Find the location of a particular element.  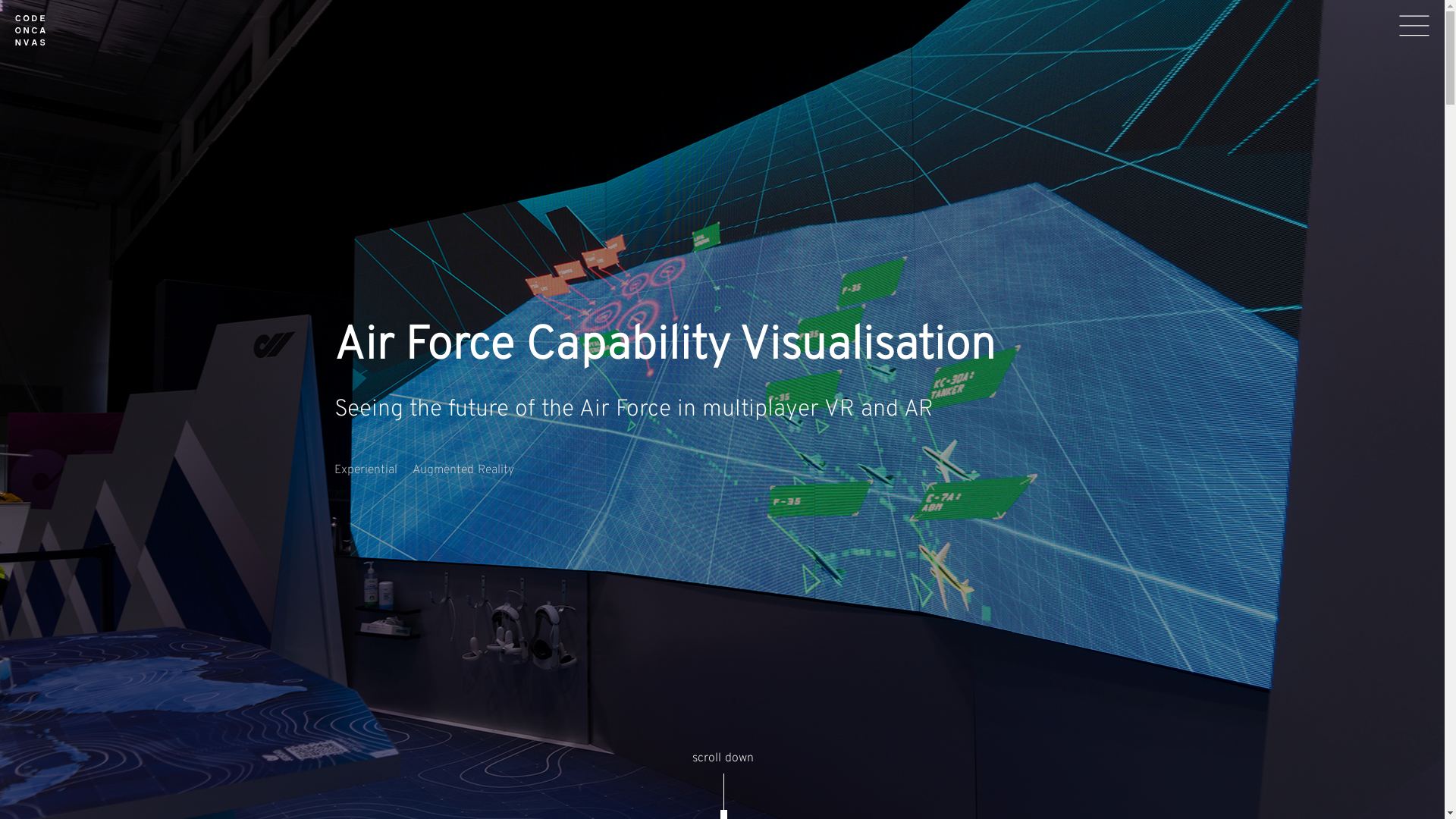

'Augmented Reality' is located at coordinates (412, 469).